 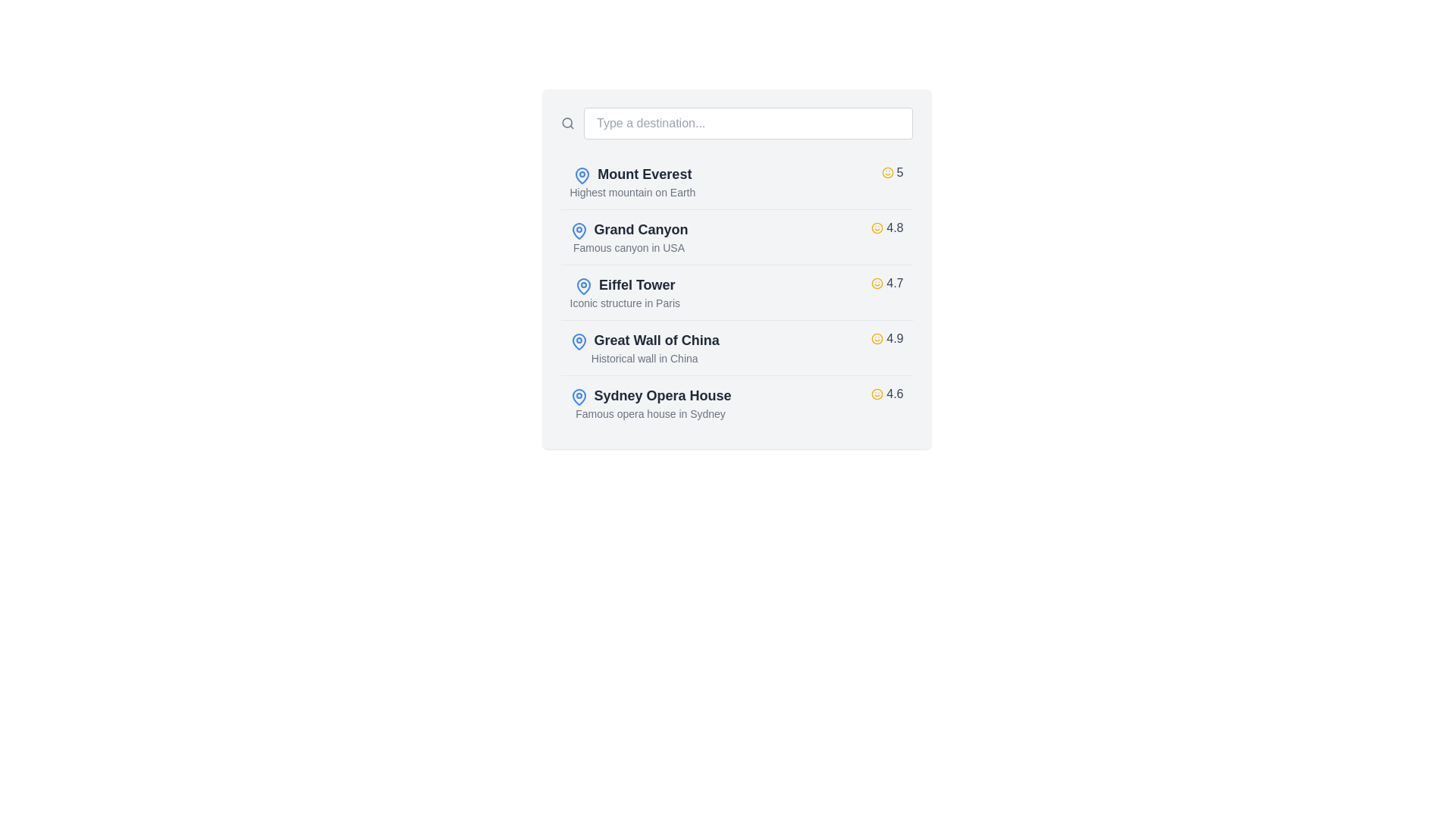 I want to click on the text block displaying the name and description of Mount Everest, so click(x=632, y=180).